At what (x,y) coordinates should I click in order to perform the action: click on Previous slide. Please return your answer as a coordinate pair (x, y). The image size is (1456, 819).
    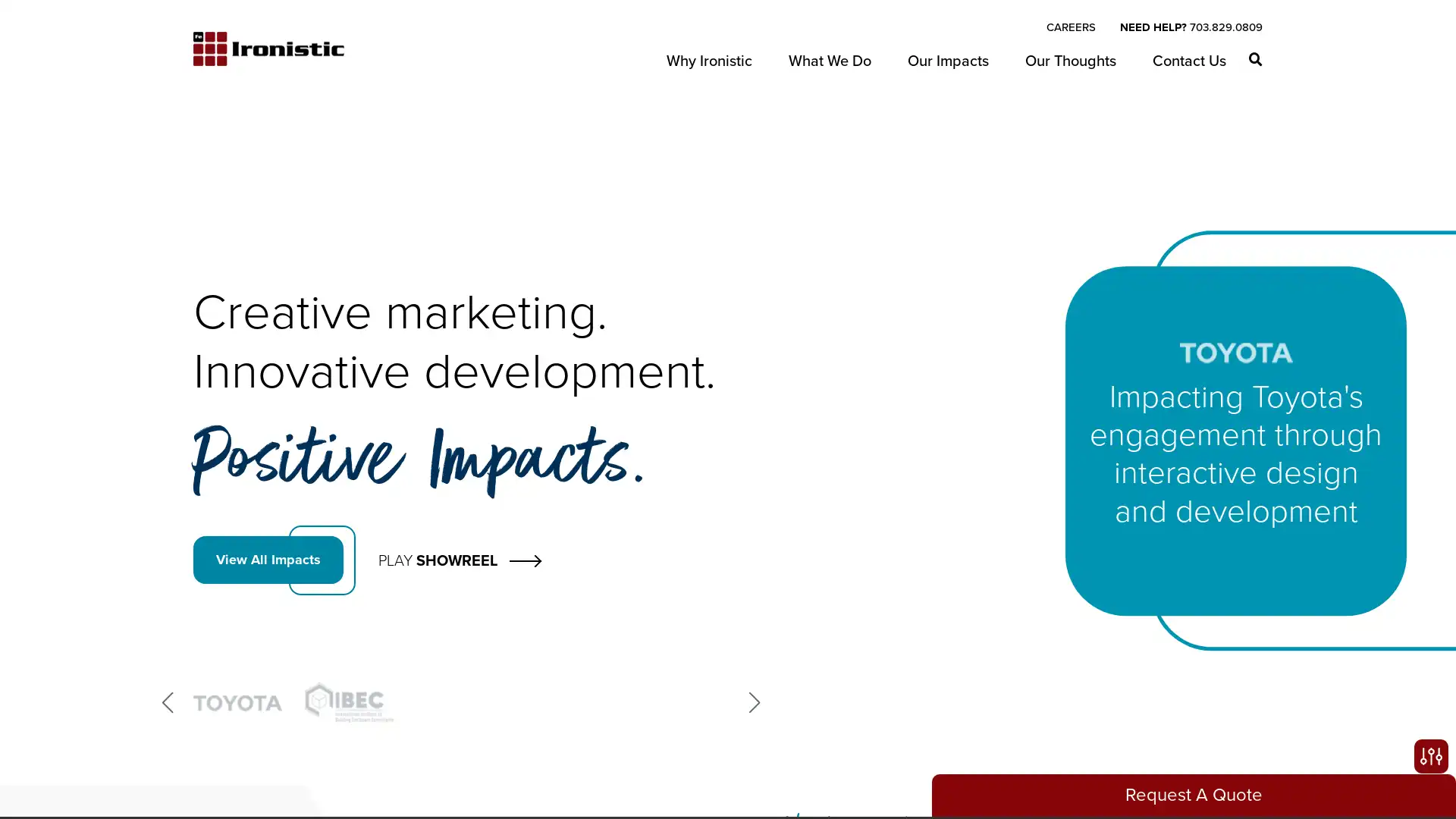
    Looking at the image, I should click on (167, 701).